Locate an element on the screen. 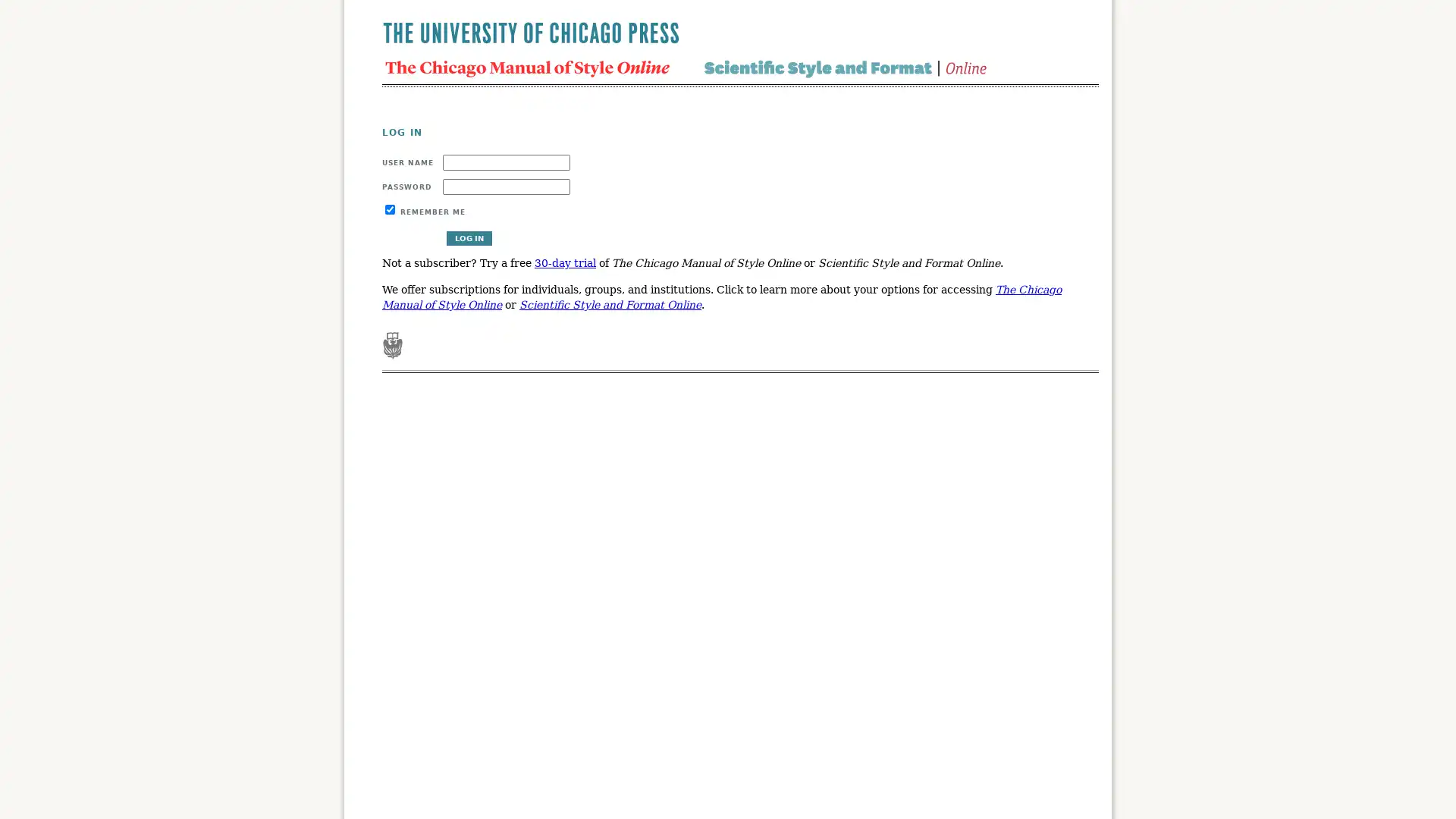  LOG IN is located at coordinates (469, 237).